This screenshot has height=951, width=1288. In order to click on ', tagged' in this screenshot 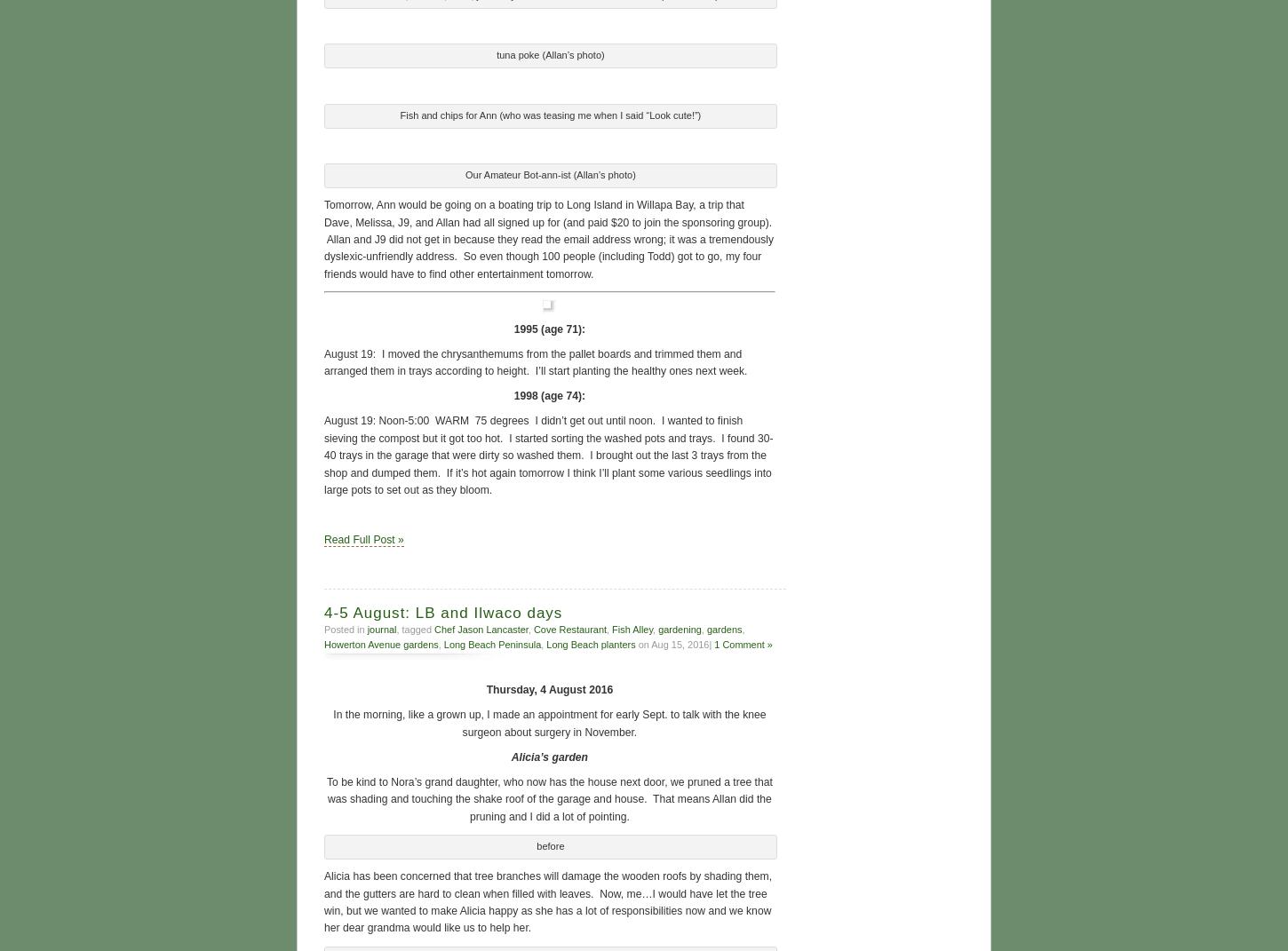, I will do `click(395, 627)`.